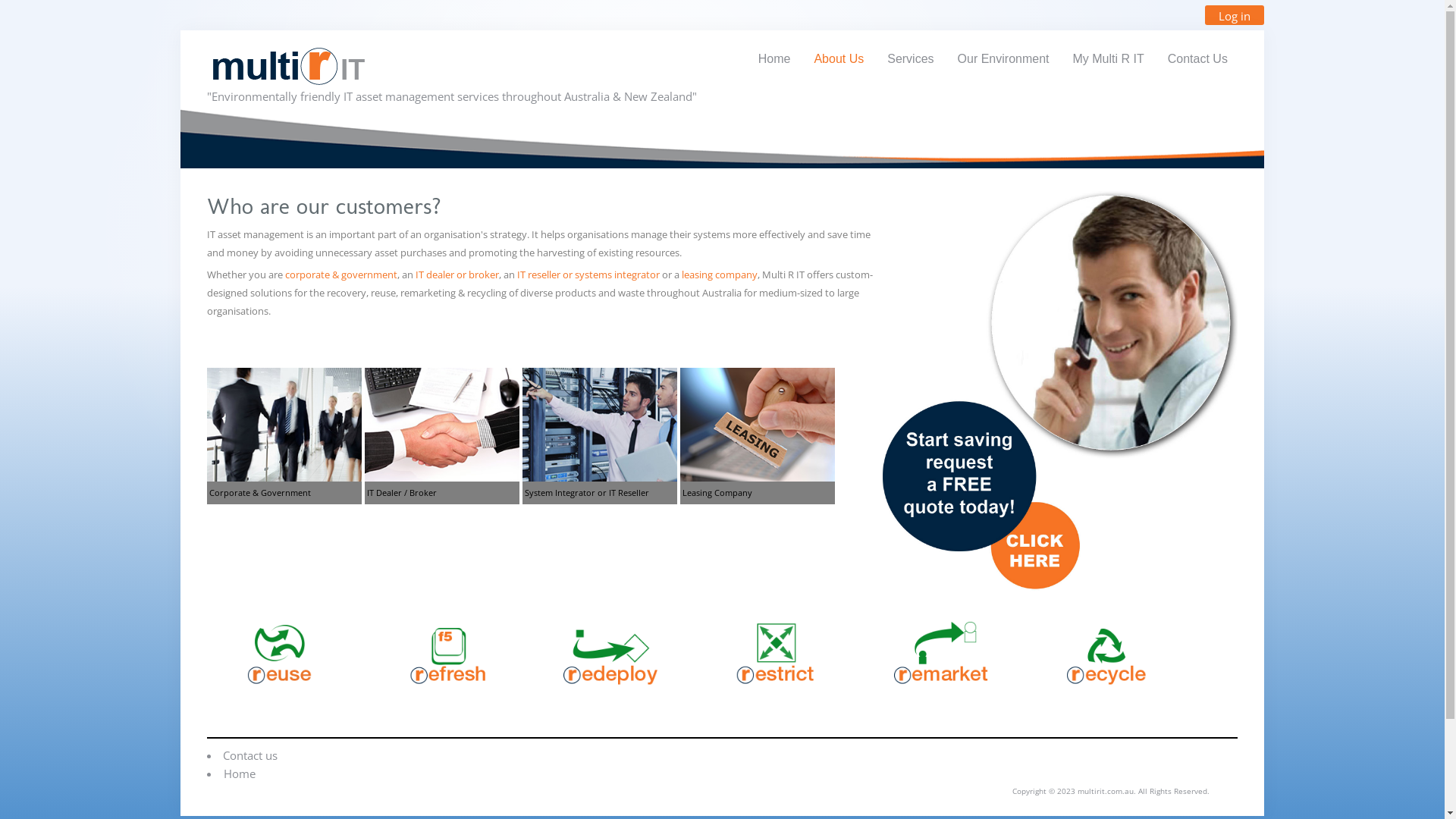 This screenshot has width=1456, height=819. What do you see at coordinates (1062, 58) in the screenshot?
I see `'My Multi R IT'` at bounding box center [1062, 58].